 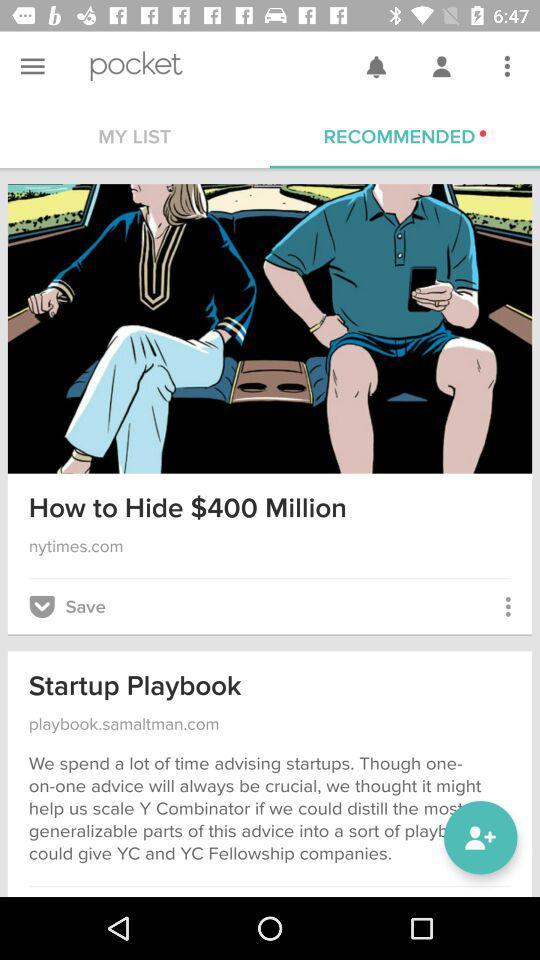 What do you see at coordinates (507, 66) in the screenshot?
I see `the option button which is righht hand side` at bounding box center [507, 66].